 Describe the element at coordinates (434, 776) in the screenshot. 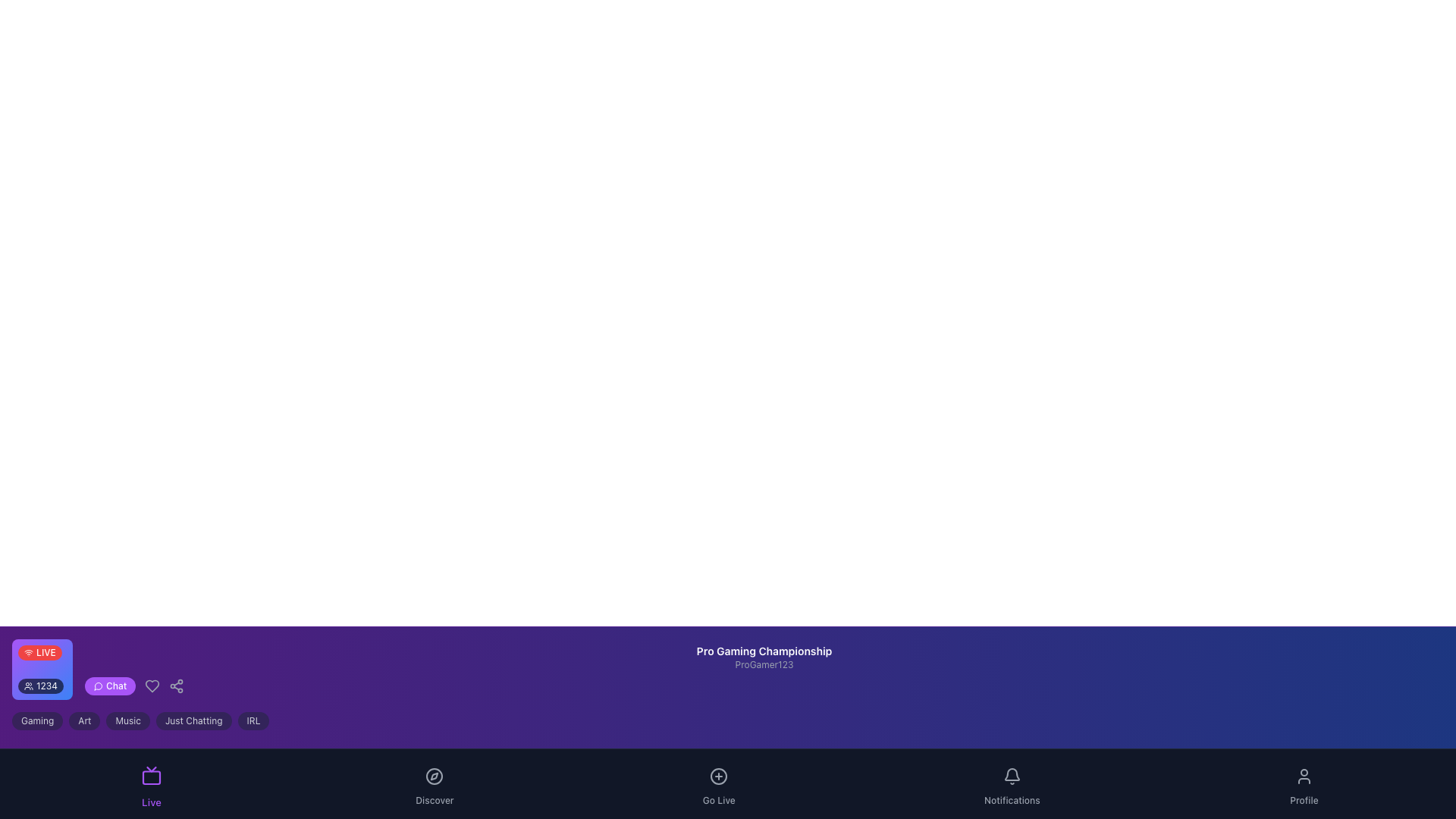

I see `the compass icon button located in the navigation bar at the bottom of the interface` at that location.